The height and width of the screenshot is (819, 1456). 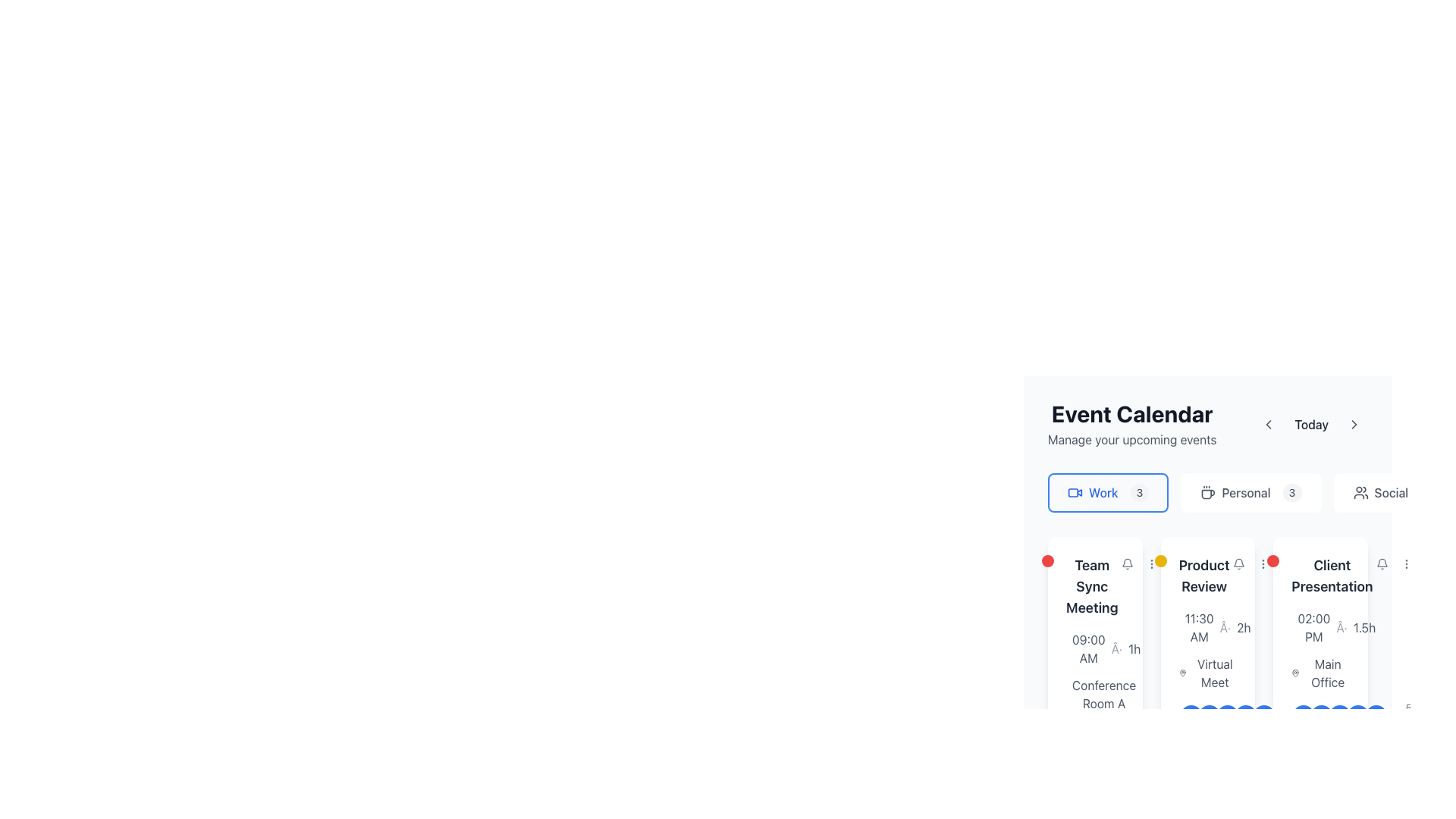 What do you see at coordinates (1319, 681) in the screenshot?
I see `the 'Main Office' static text with icon located below the '02:00 PM' timestamp` at bounding box center [1319, 681].